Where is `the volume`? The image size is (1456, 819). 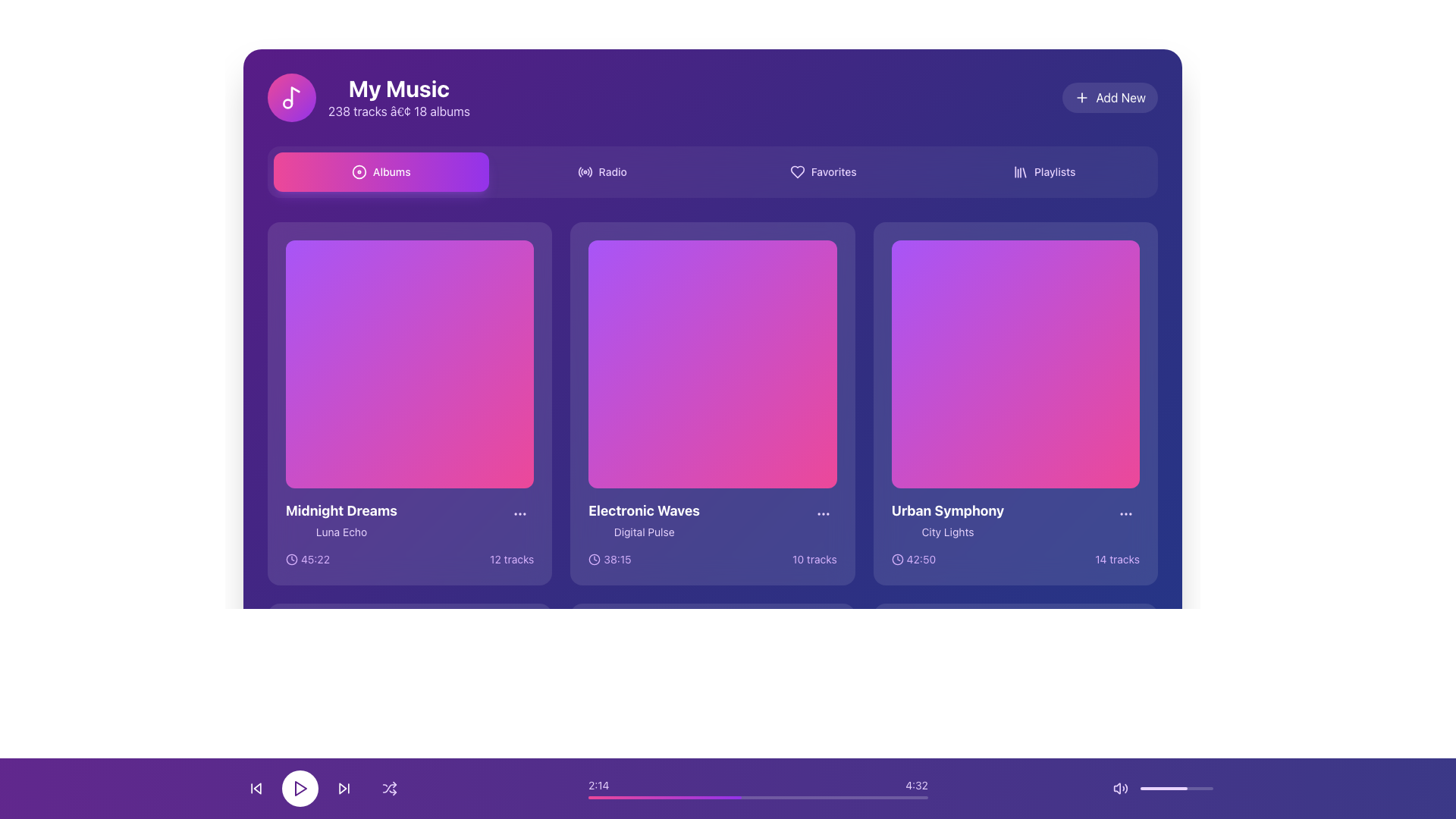 the volume is located at coordinates (1151, 788).